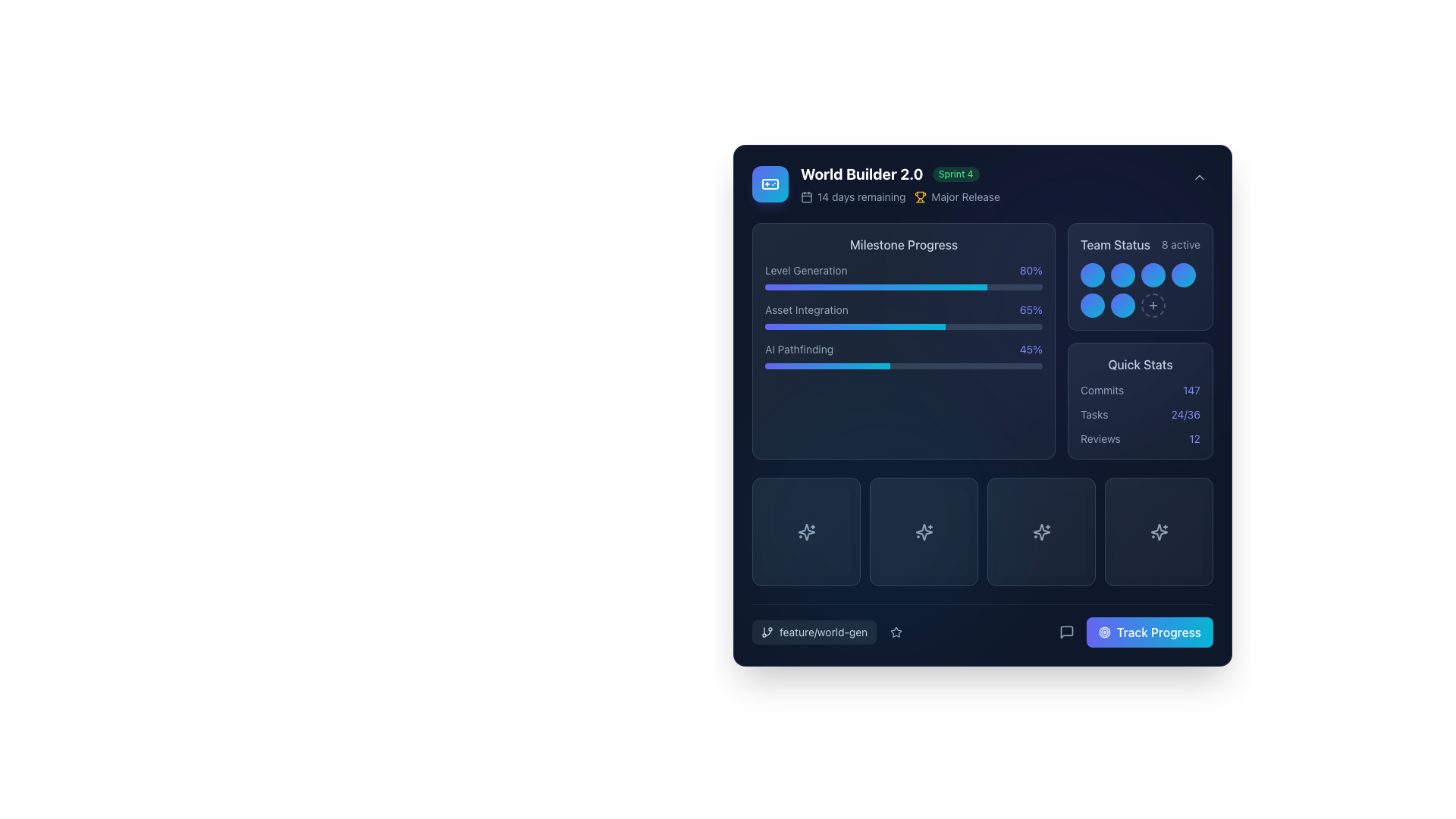 This screenshot has width=1456, height=819. Describe the element at coordinates (903, 315) in the screenshot. I see `progress label and percentage from the second progress bar labeled 'Asset Integration' within the 'Milestone Progress' card, which is located between 'Level Generation' and 'AI Pathfinding'` at that location.